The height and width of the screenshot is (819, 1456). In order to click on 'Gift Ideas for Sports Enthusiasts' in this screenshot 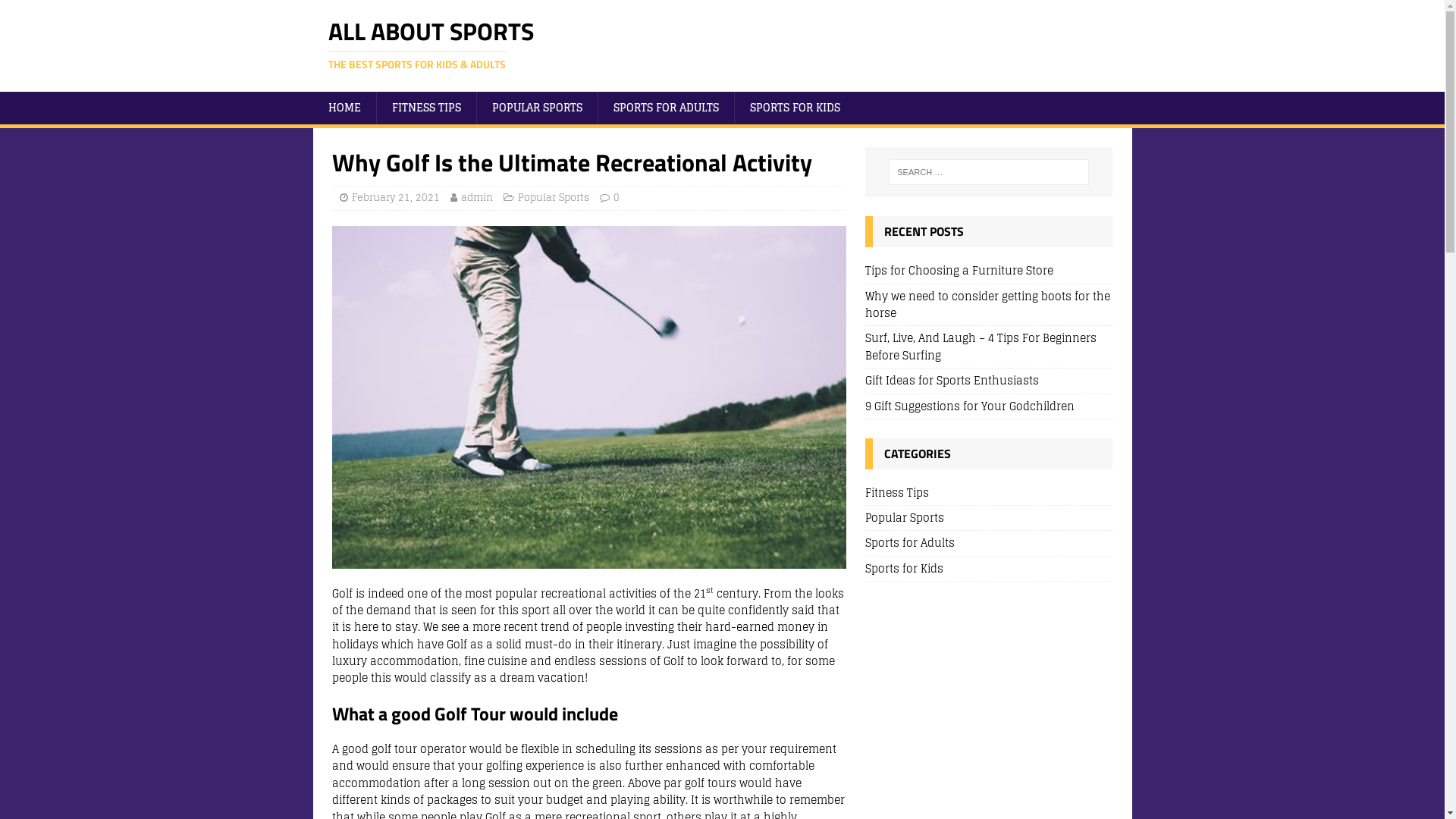, I will do `click(865, 379)`.